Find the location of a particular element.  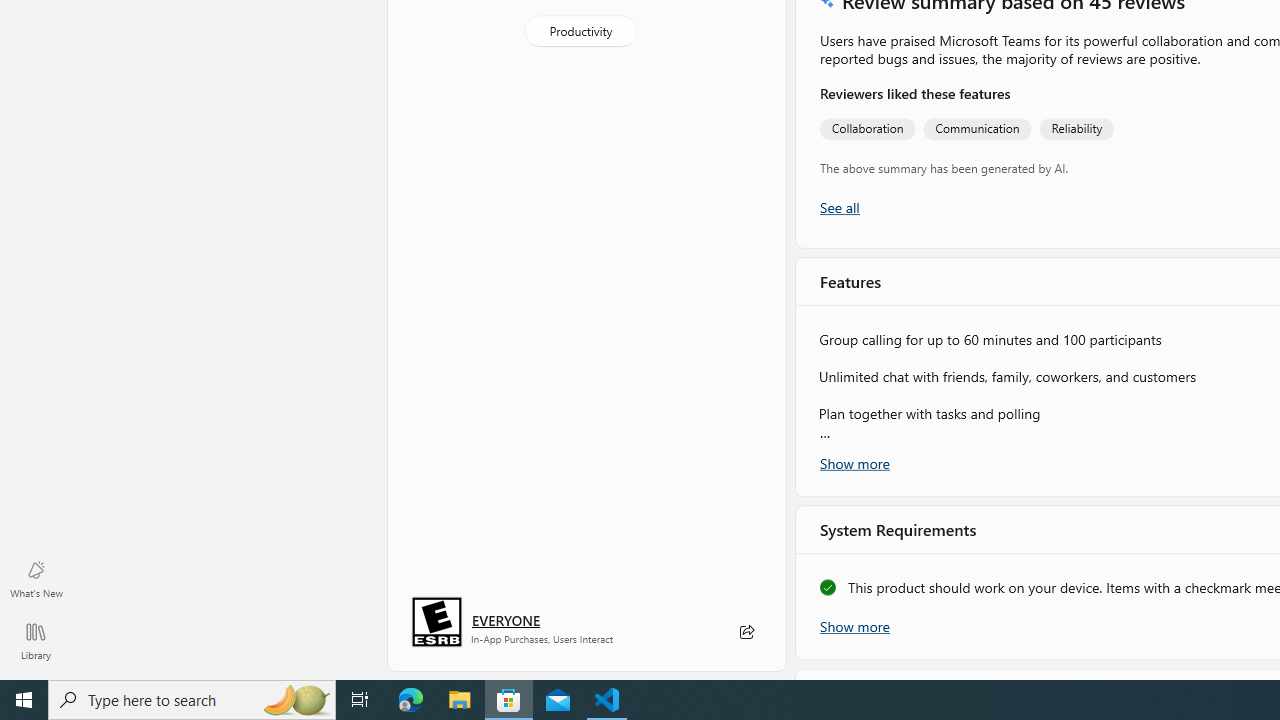

'What' is located at coordinates (35, 578).